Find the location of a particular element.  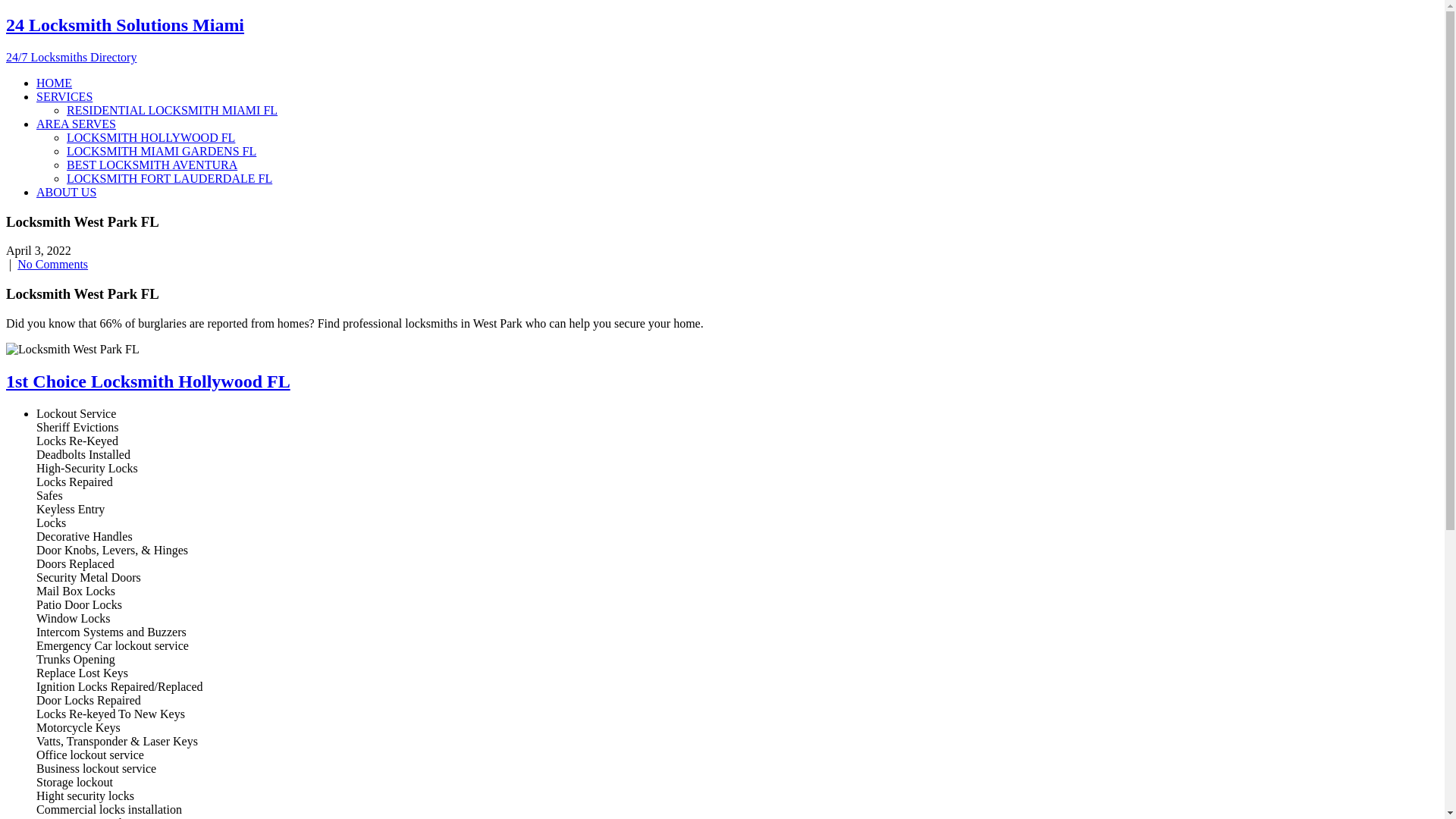

'HOME' is located at coordinates (54, 83).